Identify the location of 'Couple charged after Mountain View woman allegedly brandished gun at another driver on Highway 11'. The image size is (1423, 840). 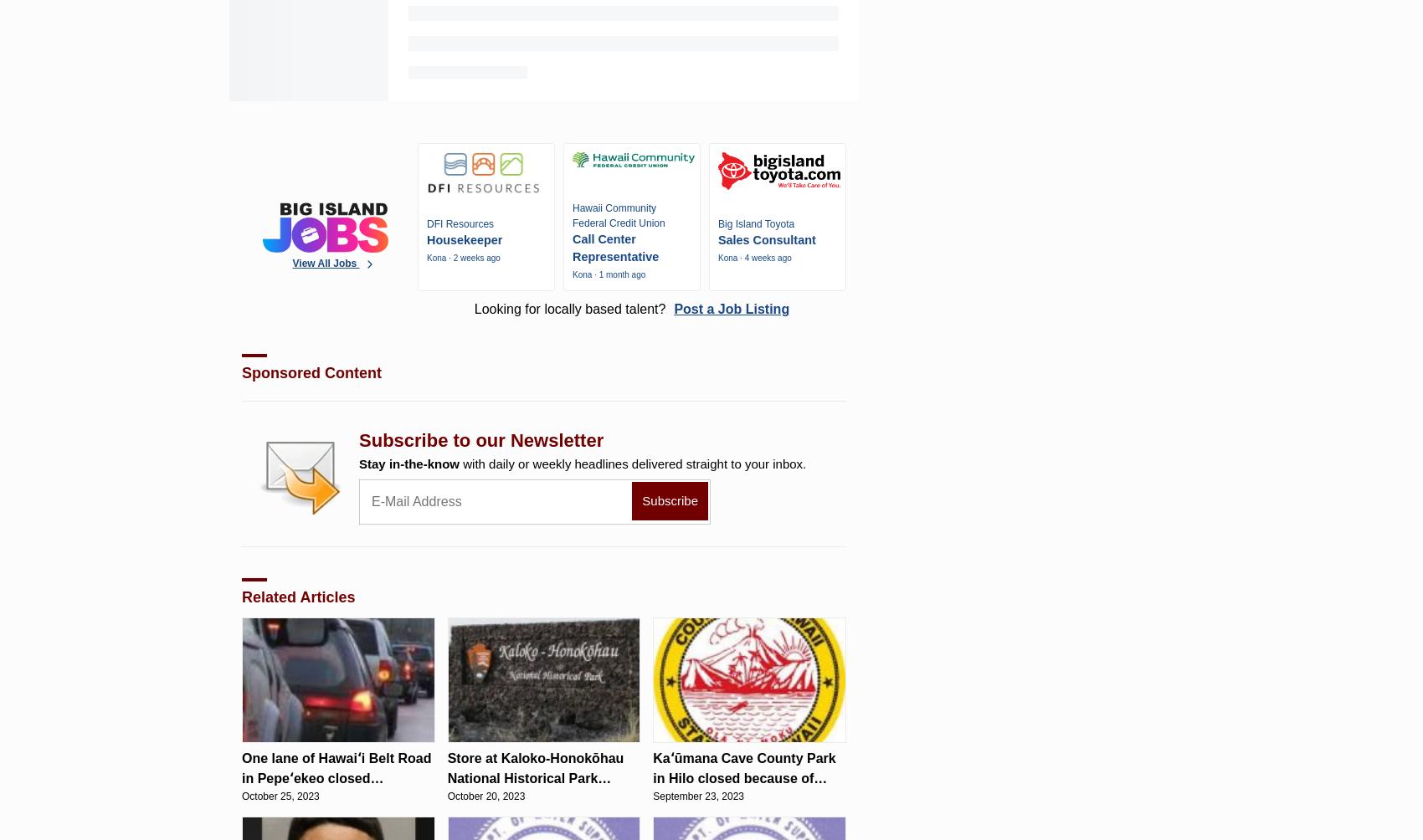
(516, 53).